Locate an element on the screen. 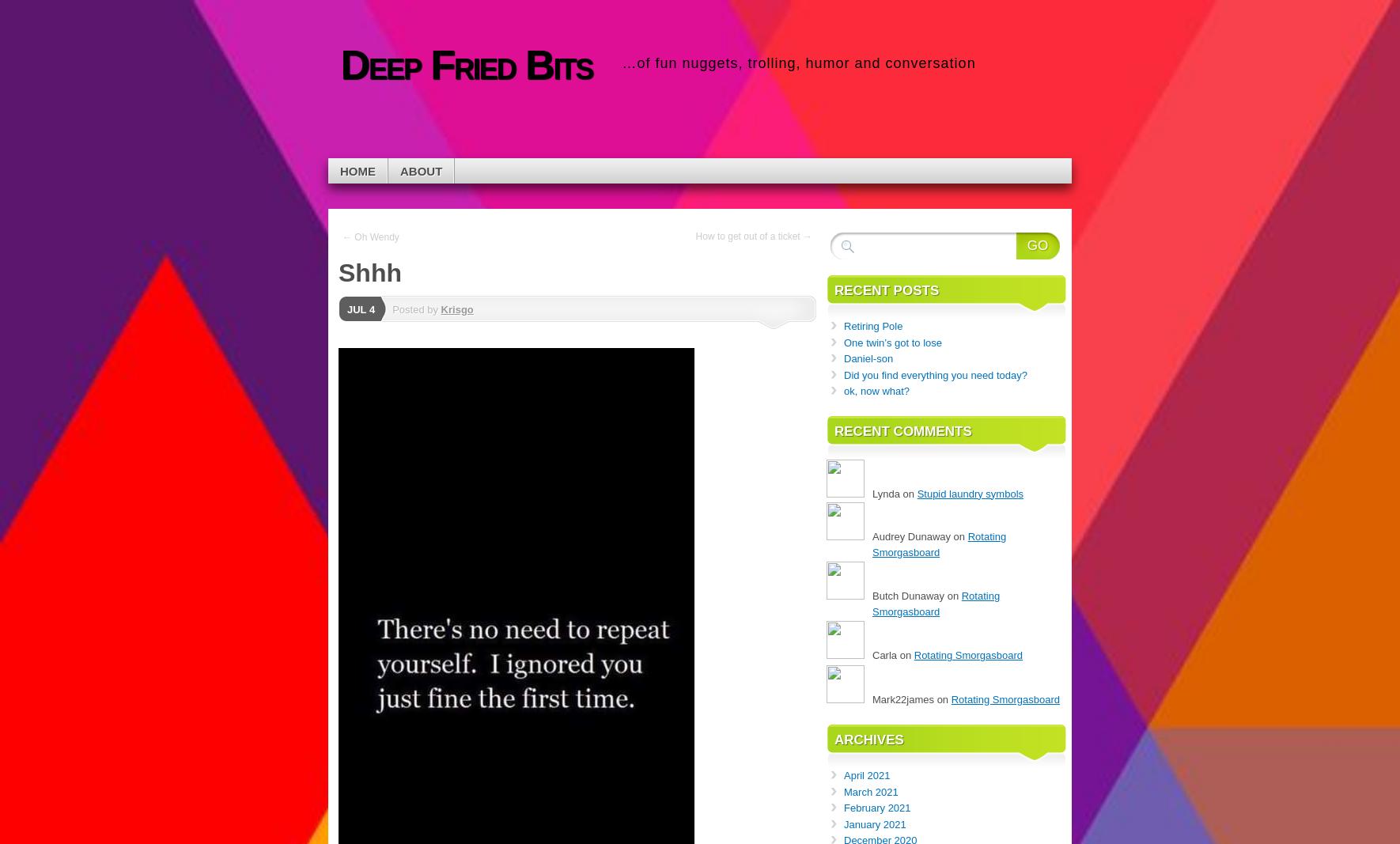  'Krisgo' is located at coordinates (456, 308).